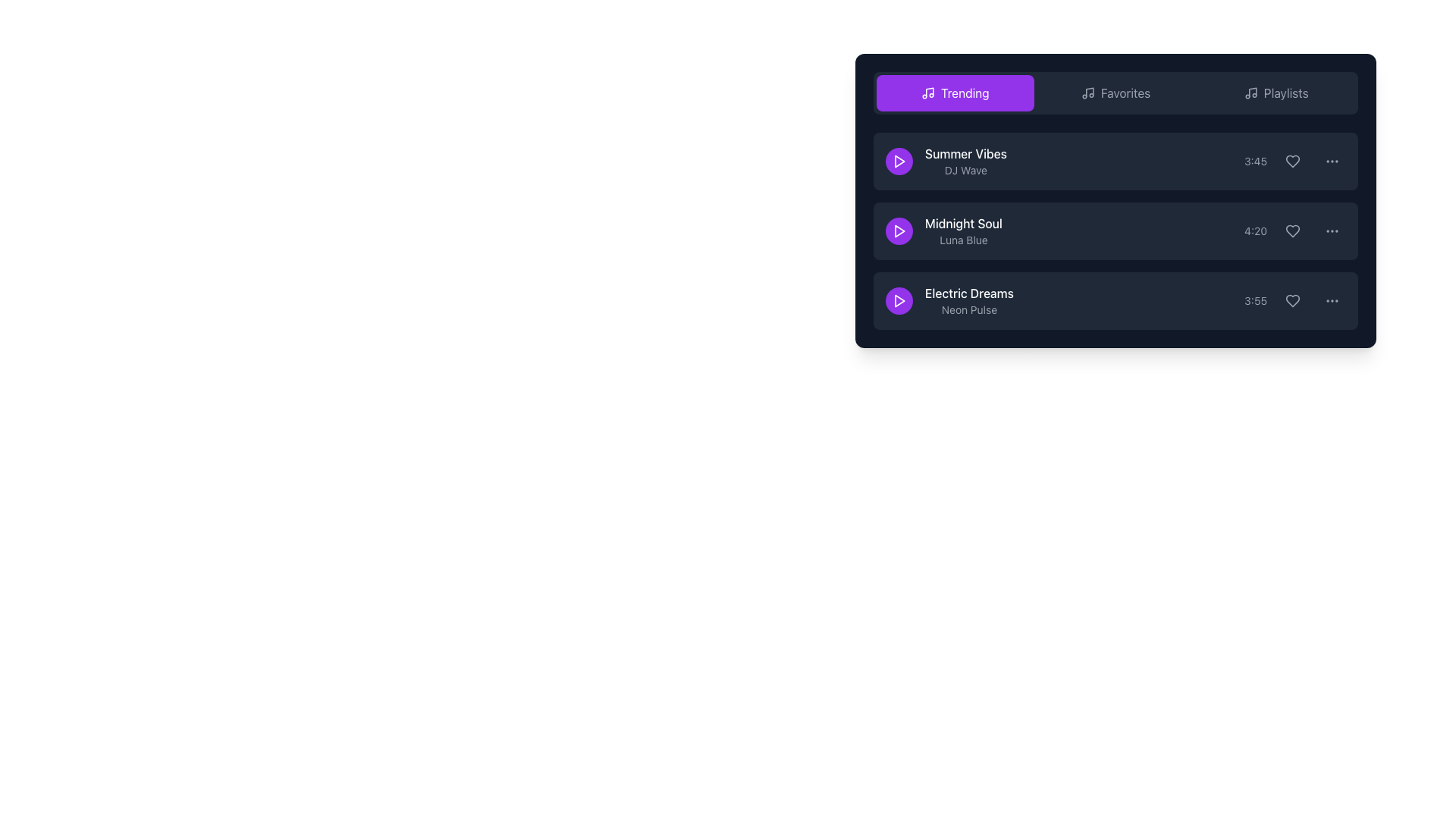 The height and width of the screenshot is (819, 1456). What do you see at coordinates (899, 231) in the screenshot?
I see `the purple triangle icon within a circular button context located to the left of the 'Midnight Soul' text in the second row for additional effects or information` at bounding box center [899, 231].